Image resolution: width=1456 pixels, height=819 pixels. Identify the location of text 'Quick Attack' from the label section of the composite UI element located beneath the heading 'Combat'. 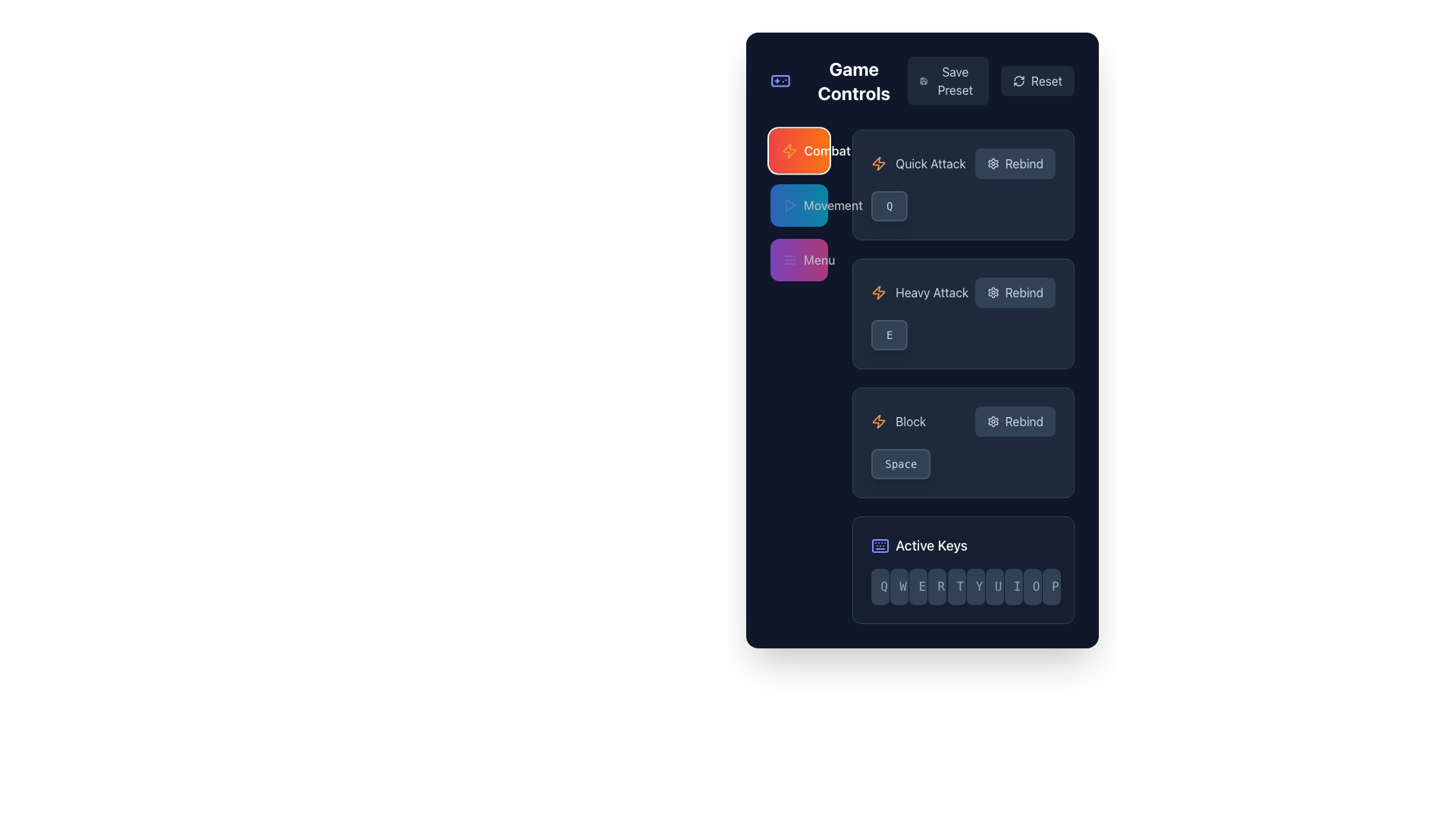
(962, 164).